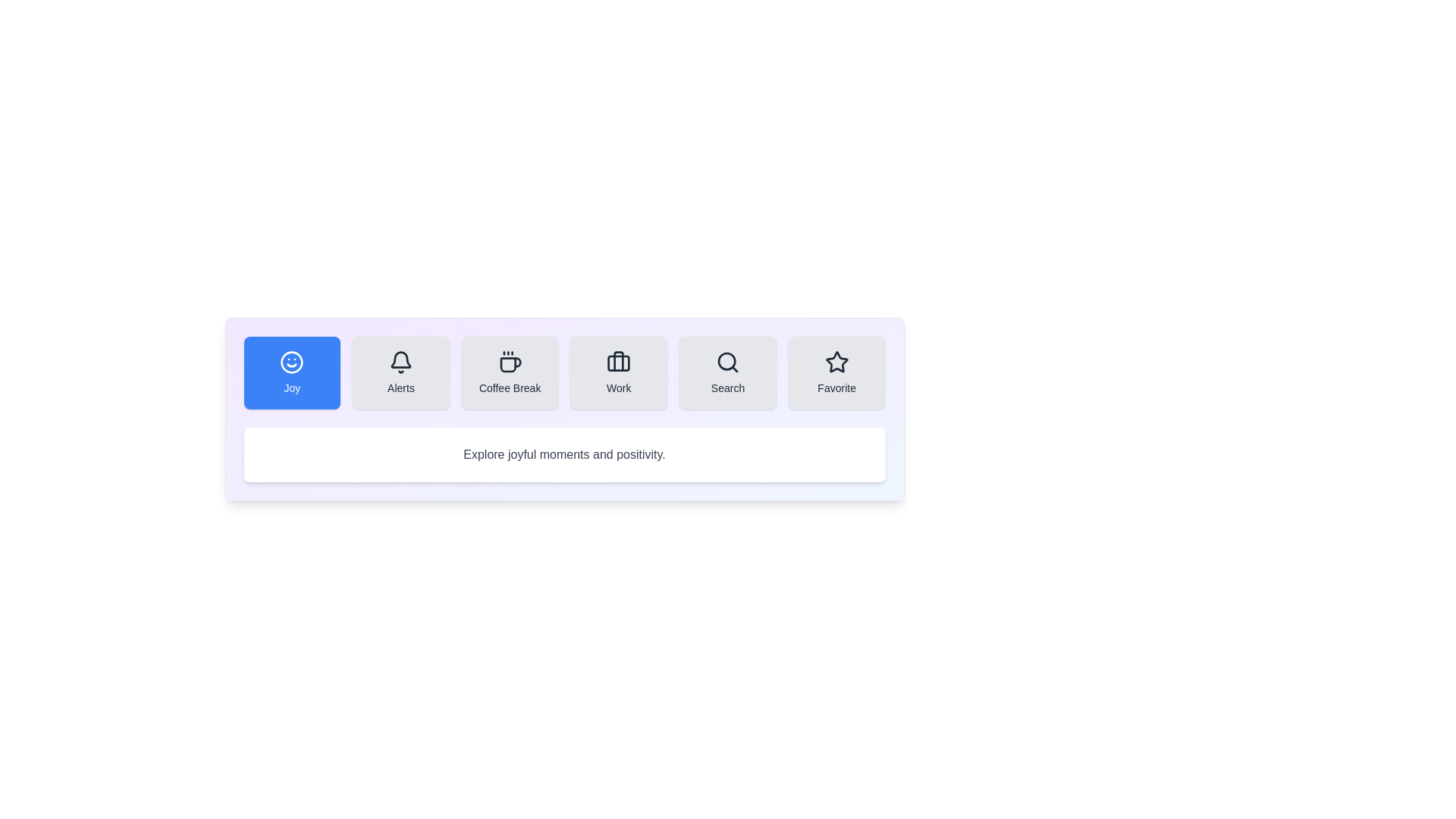 The width and height of the screenshot is (1456, 819). I want to click on the Joy tab to switch its content, so click(292, 373).